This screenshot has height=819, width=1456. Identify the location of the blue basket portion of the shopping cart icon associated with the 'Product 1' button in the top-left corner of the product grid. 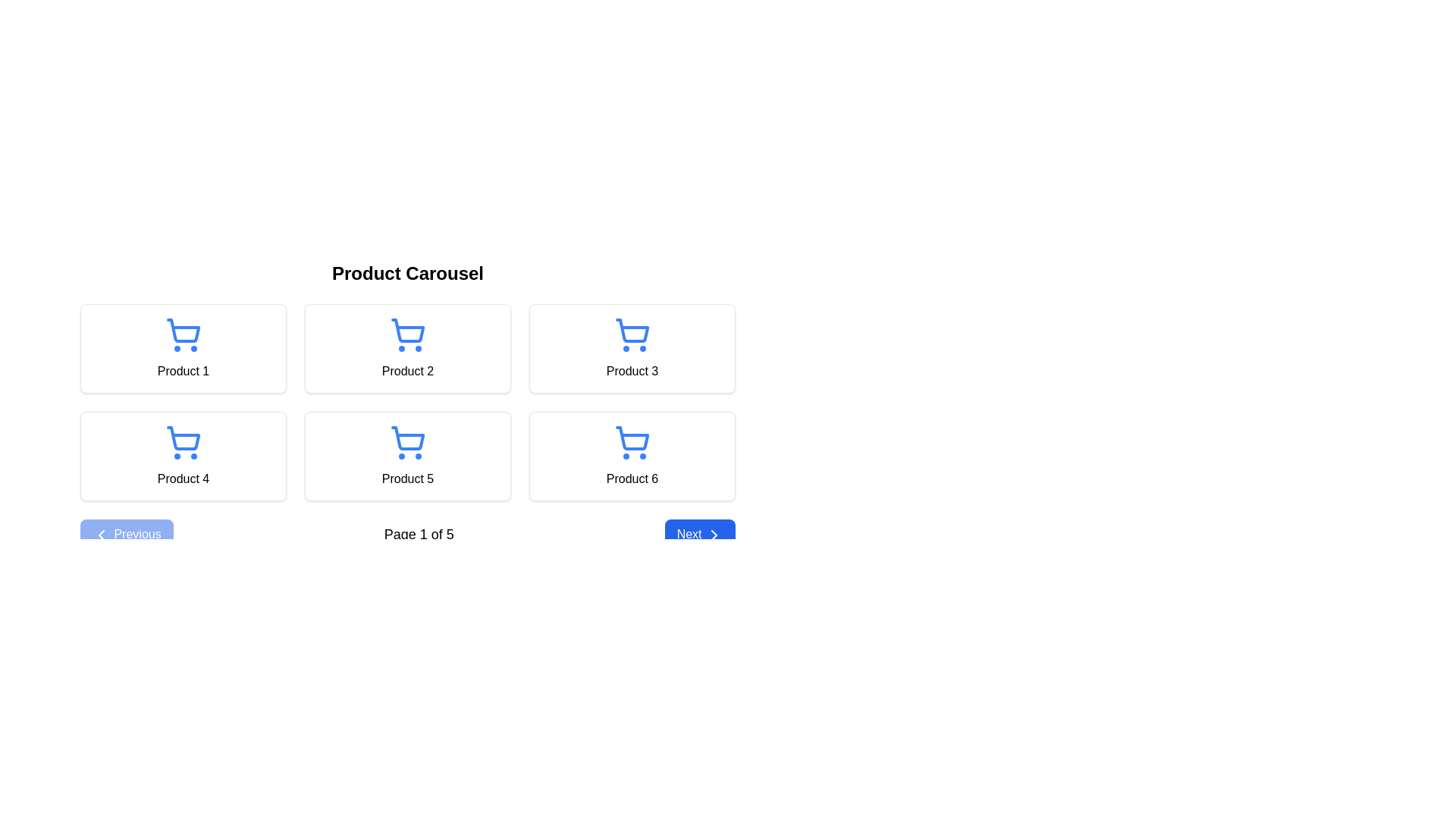
(183, 330).